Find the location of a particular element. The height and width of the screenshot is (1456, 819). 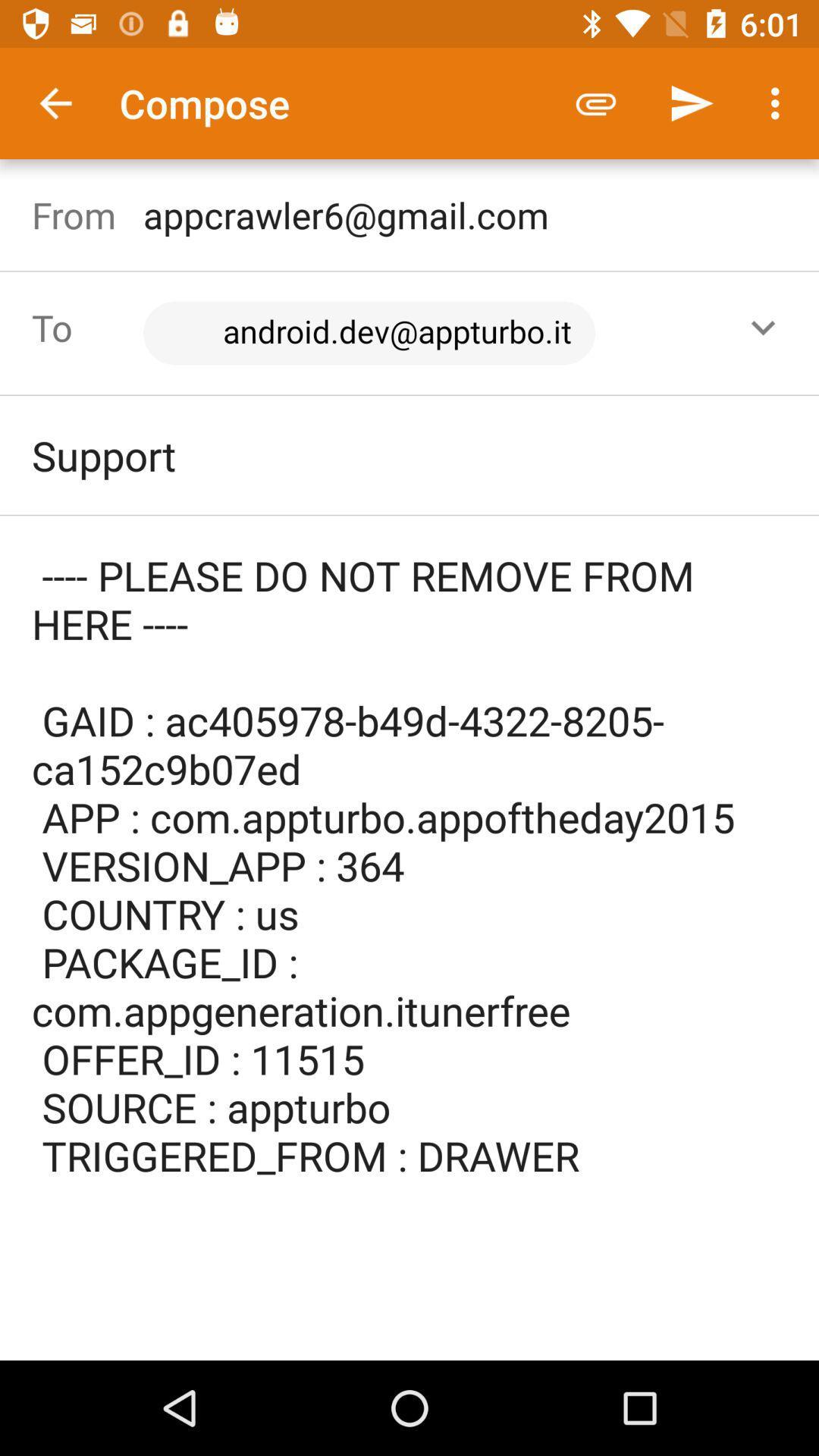

the icon above the from is located at coordinates (55, 102).